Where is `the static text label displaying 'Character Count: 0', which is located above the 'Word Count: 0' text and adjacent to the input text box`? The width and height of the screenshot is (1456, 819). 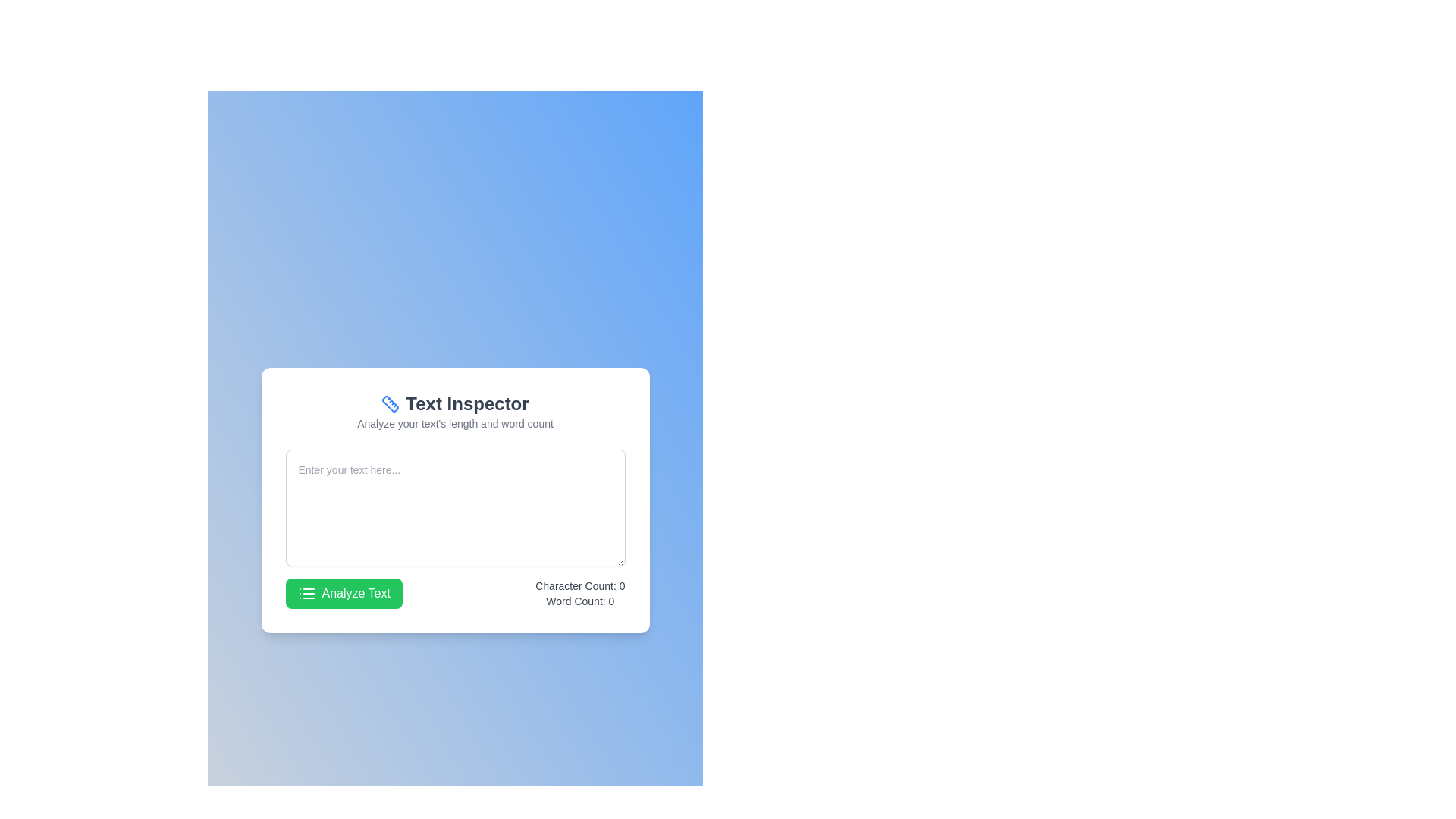
the static text label displaying 'Character Count: 0', which is located above the 'Word Count: 0' text and adjacent to the input text box is located at coordinates (579, 585).